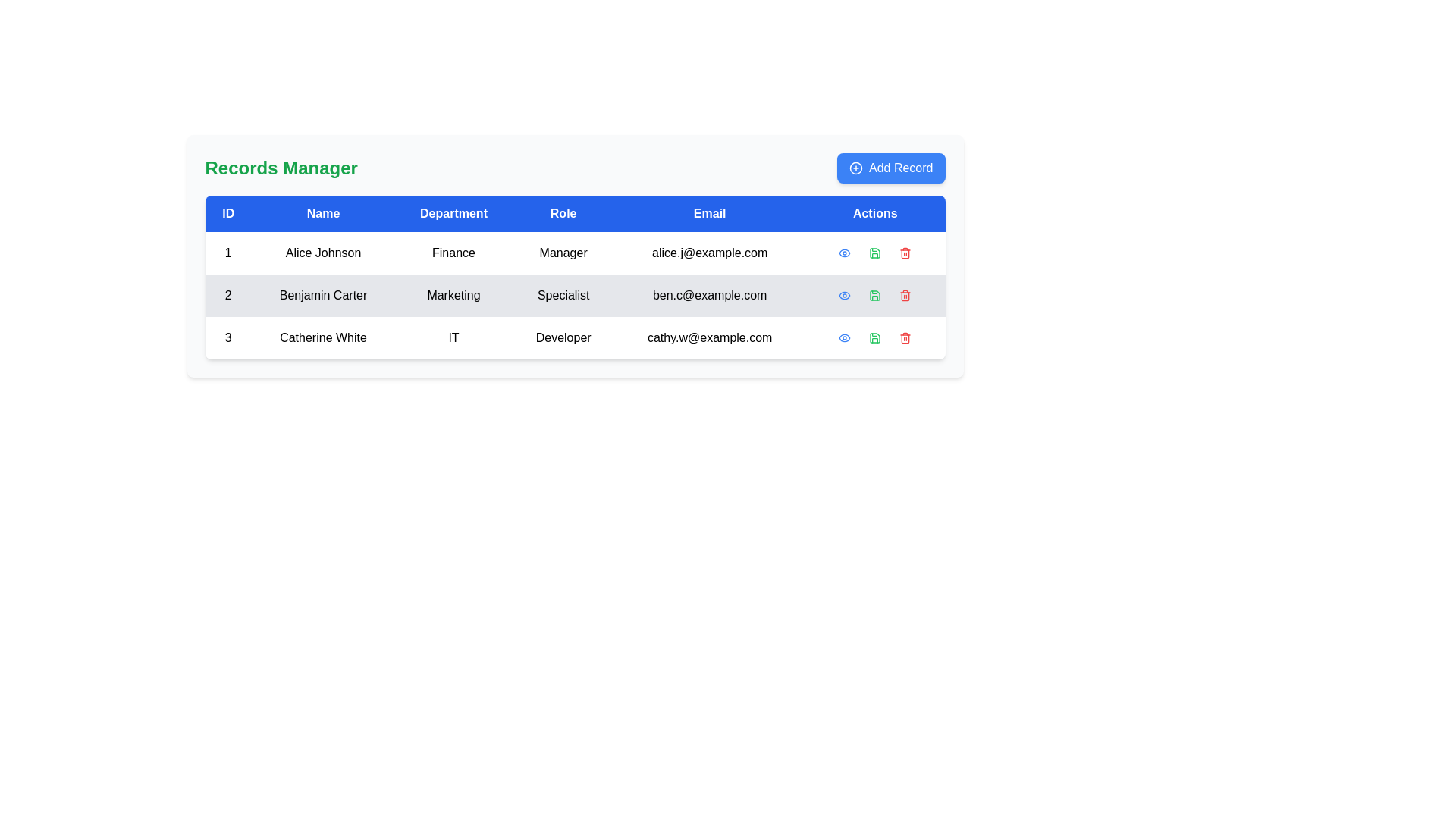 Image resolution: width=1456 pixels, height=819 pixels. What do you see at coordinates (875, 213) in the screenshot?
I see `text from the sixth column header in the table, which is located to the far right and labeled for actions associated with the rows beneath it` at bounding box center [875, 213].